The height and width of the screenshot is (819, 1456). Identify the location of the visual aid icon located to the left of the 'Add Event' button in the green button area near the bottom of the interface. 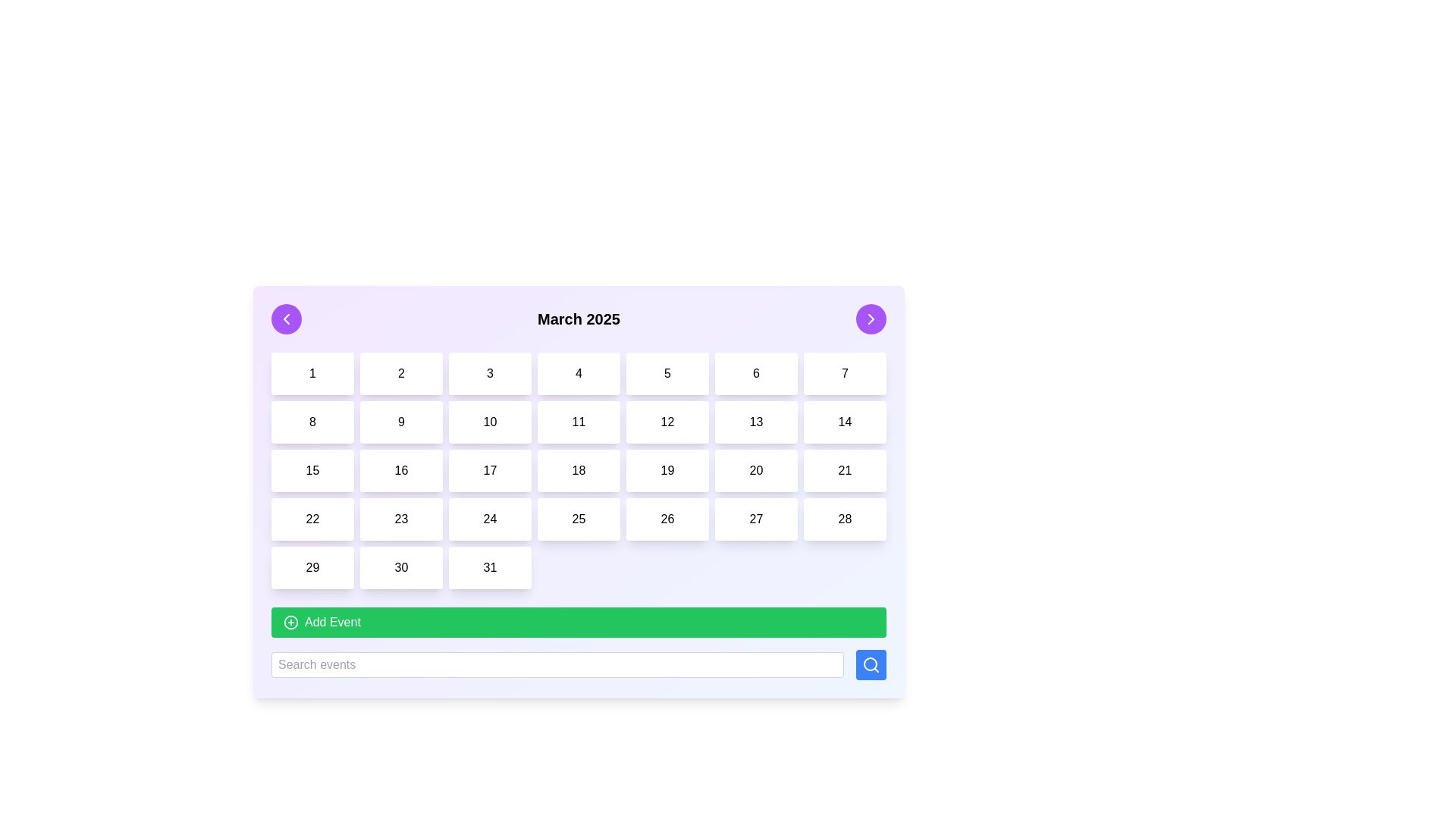
(291, 623).